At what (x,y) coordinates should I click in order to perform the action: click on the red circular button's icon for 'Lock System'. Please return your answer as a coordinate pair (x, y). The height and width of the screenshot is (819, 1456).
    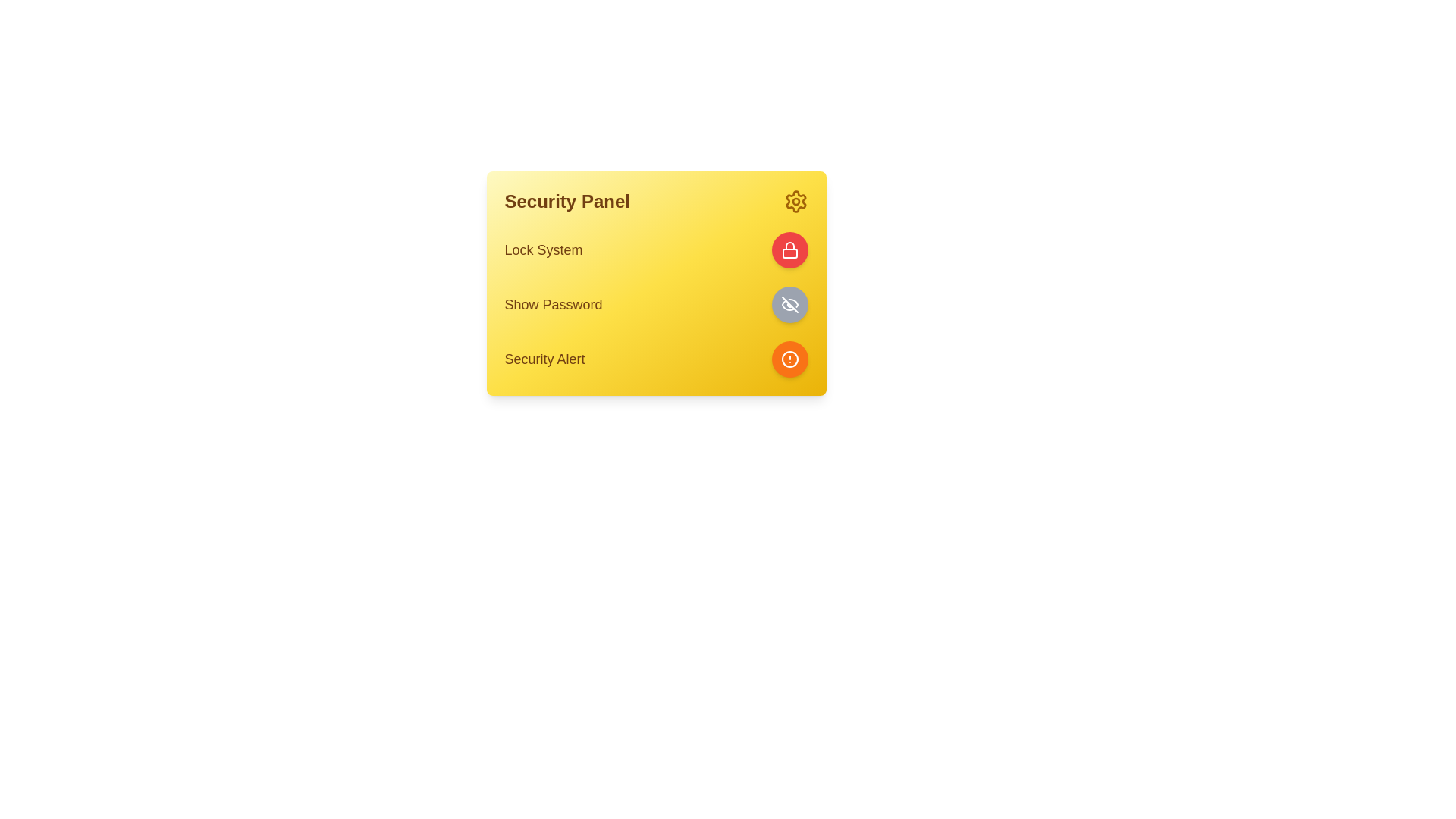
    Looking at the image, I should click on (789, 249).